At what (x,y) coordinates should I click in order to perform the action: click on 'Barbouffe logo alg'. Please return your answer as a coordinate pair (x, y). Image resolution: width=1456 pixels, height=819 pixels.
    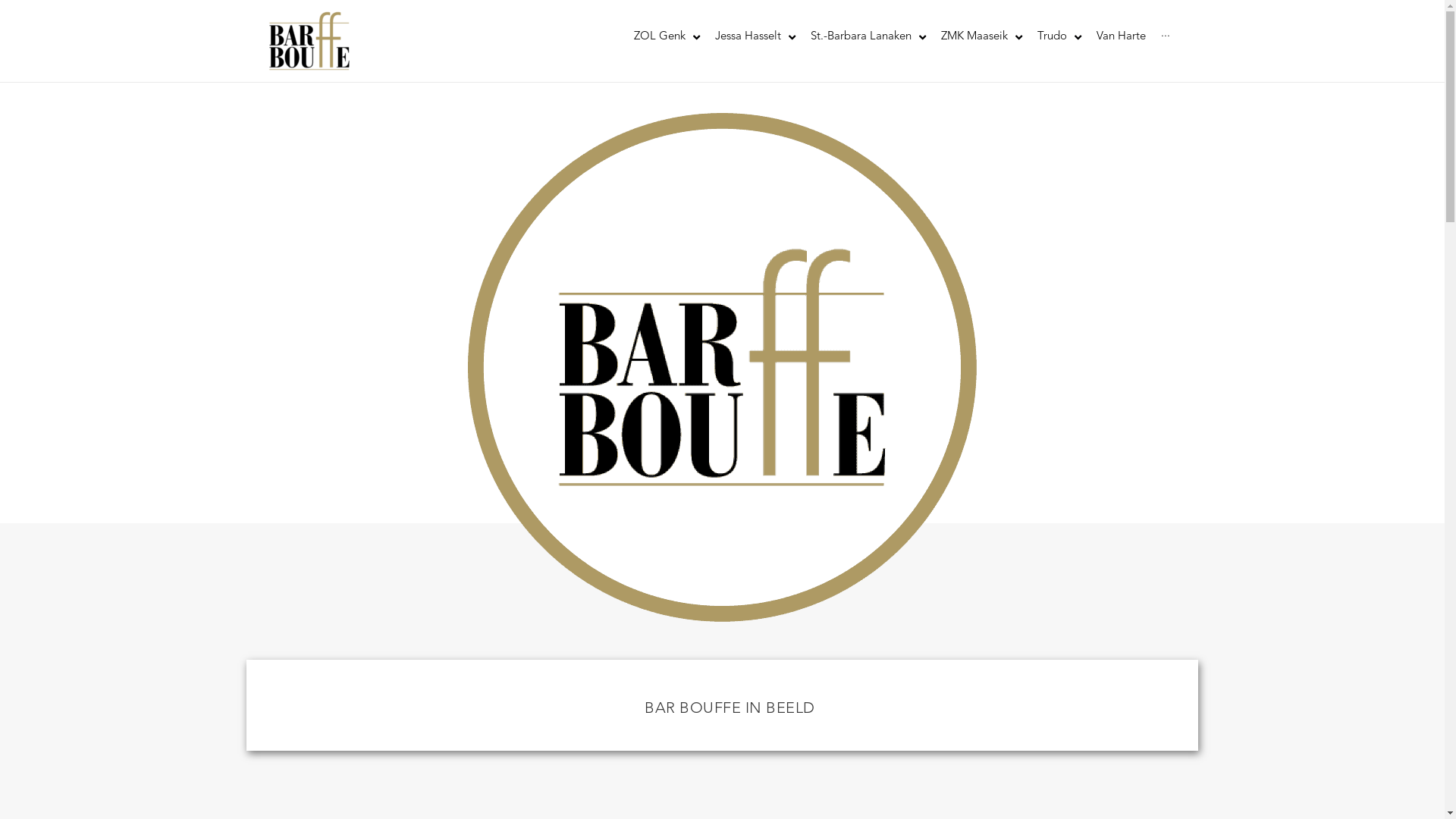
    Looking at the image, I should click on (721, 367).